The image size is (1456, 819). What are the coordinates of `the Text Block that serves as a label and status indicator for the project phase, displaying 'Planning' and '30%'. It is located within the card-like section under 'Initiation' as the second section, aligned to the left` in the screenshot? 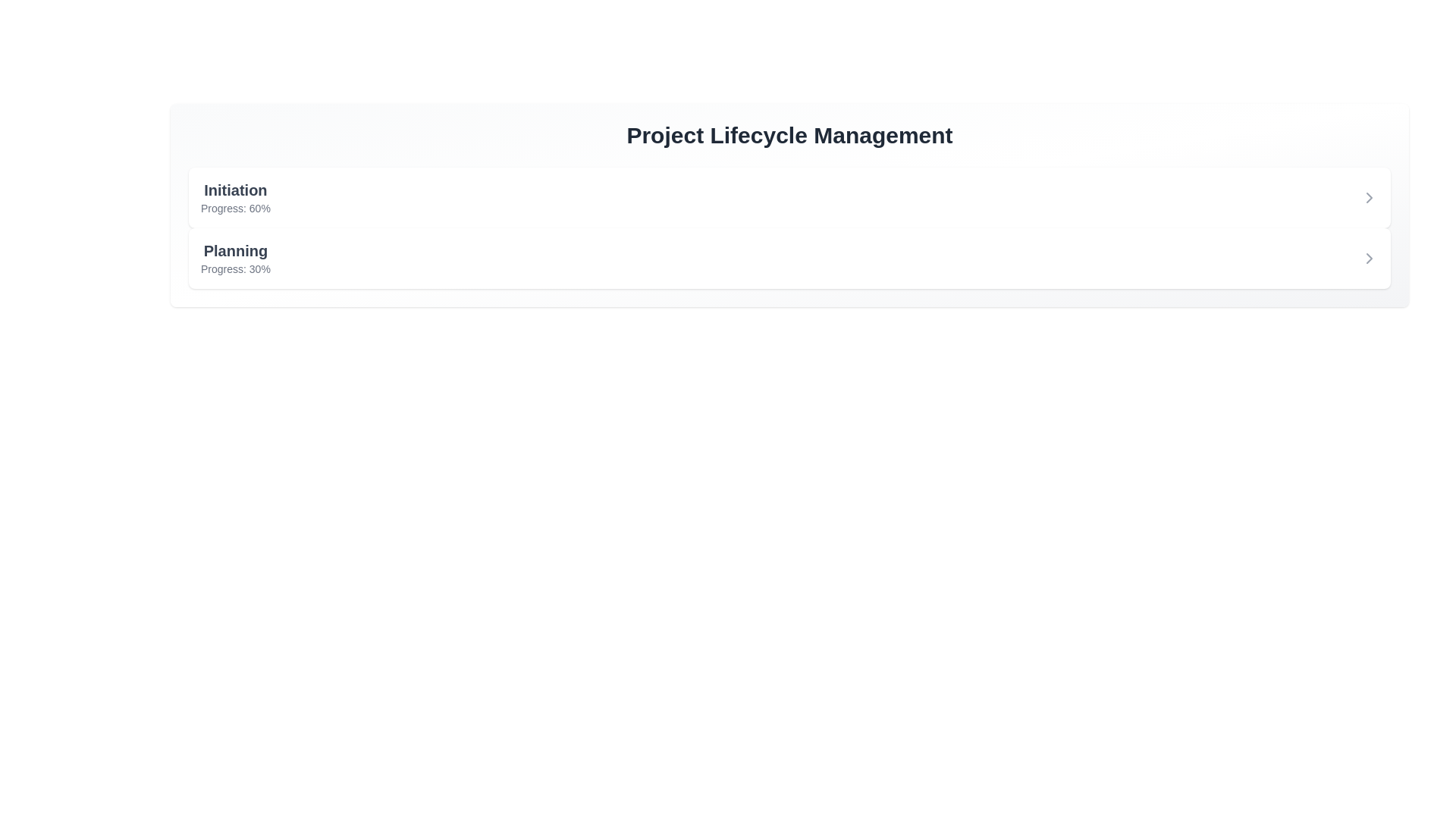 It's located at (234, 257).